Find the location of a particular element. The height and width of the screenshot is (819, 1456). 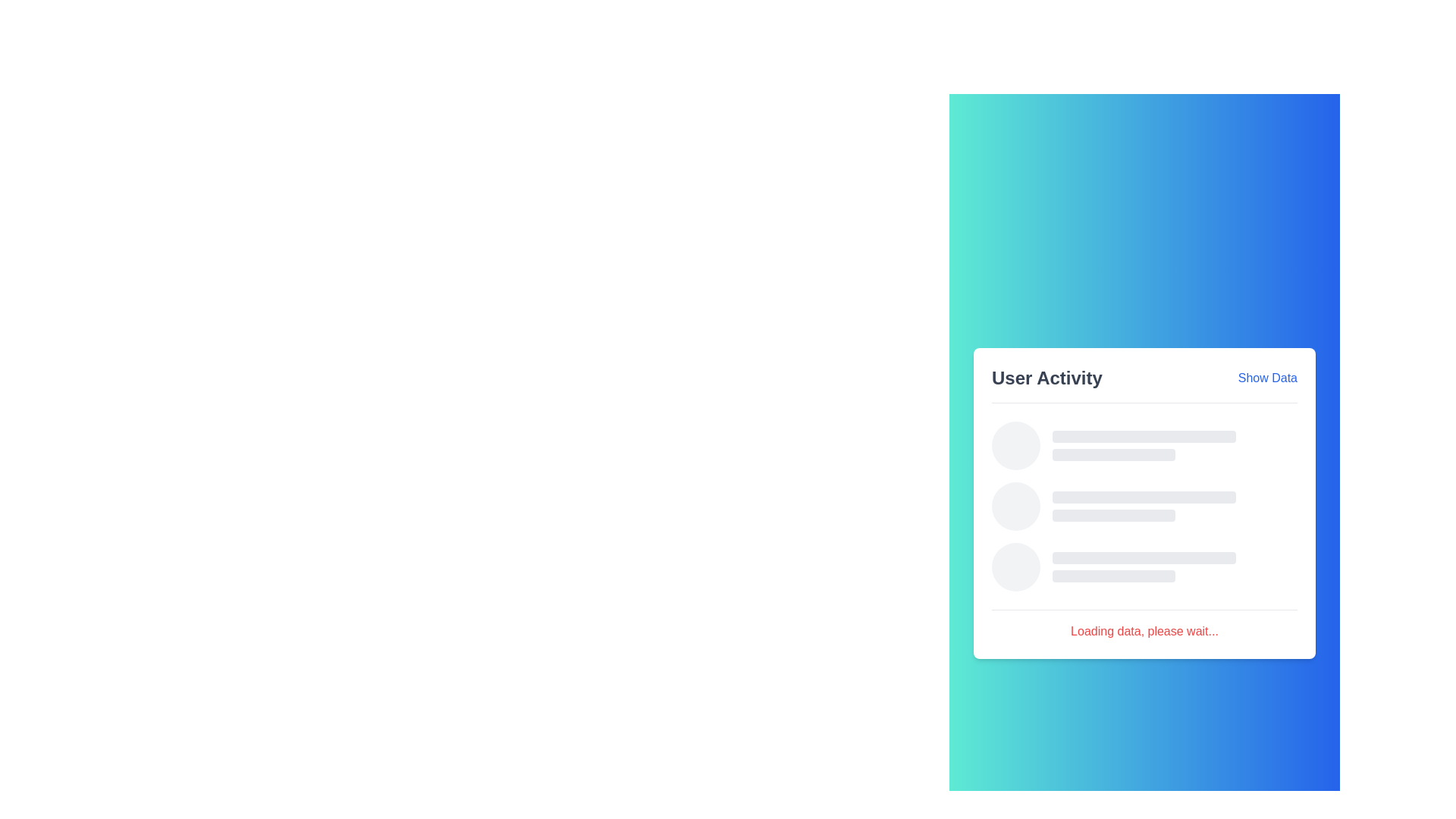

the placeholder or avatar circle located at the top-left corner of the User Activity panel, which represents a user's image or default profile picture is located at coordinates (1015, 444).